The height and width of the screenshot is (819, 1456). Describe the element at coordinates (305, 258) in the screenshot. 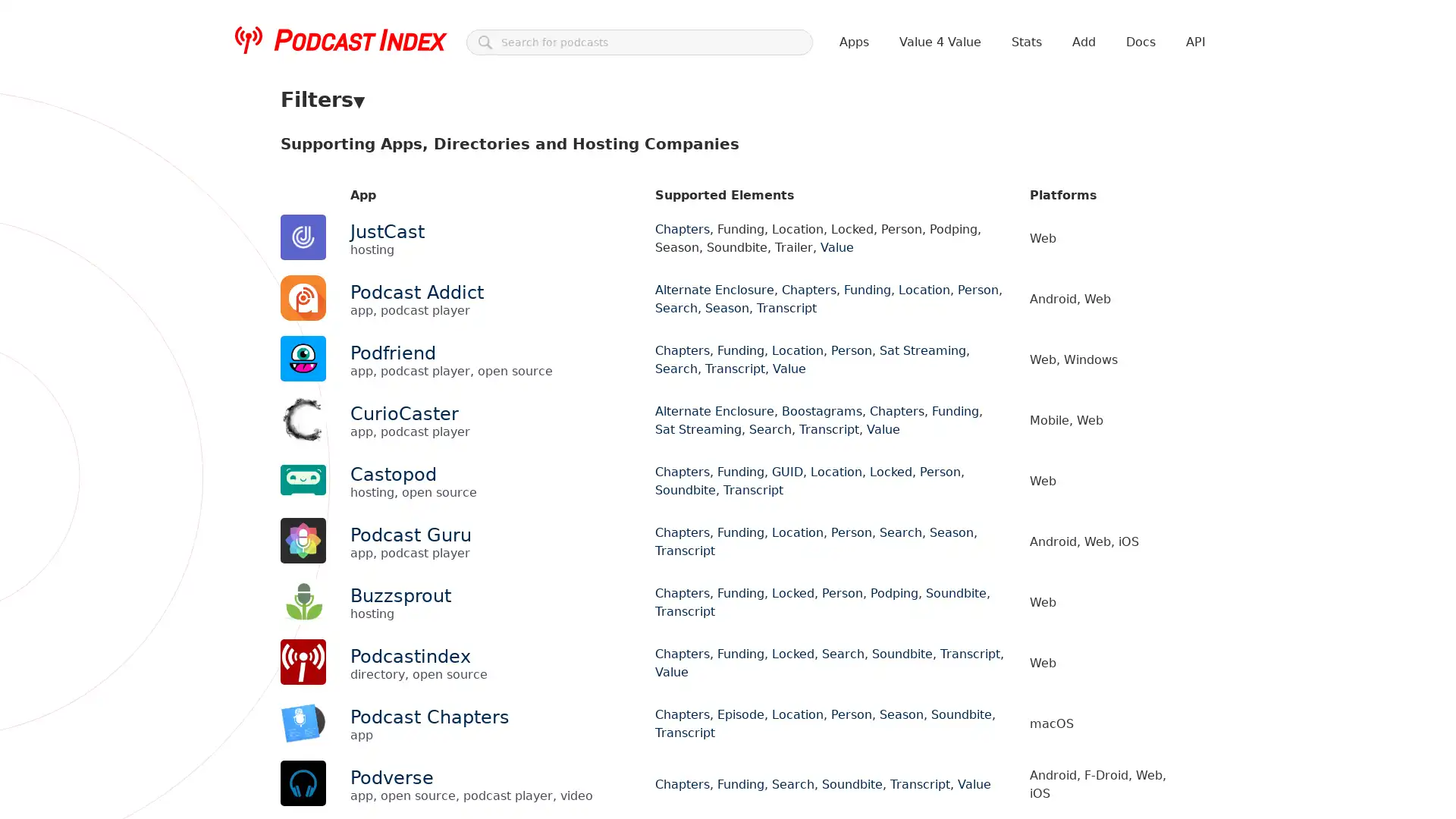

I see `Search` at that location.